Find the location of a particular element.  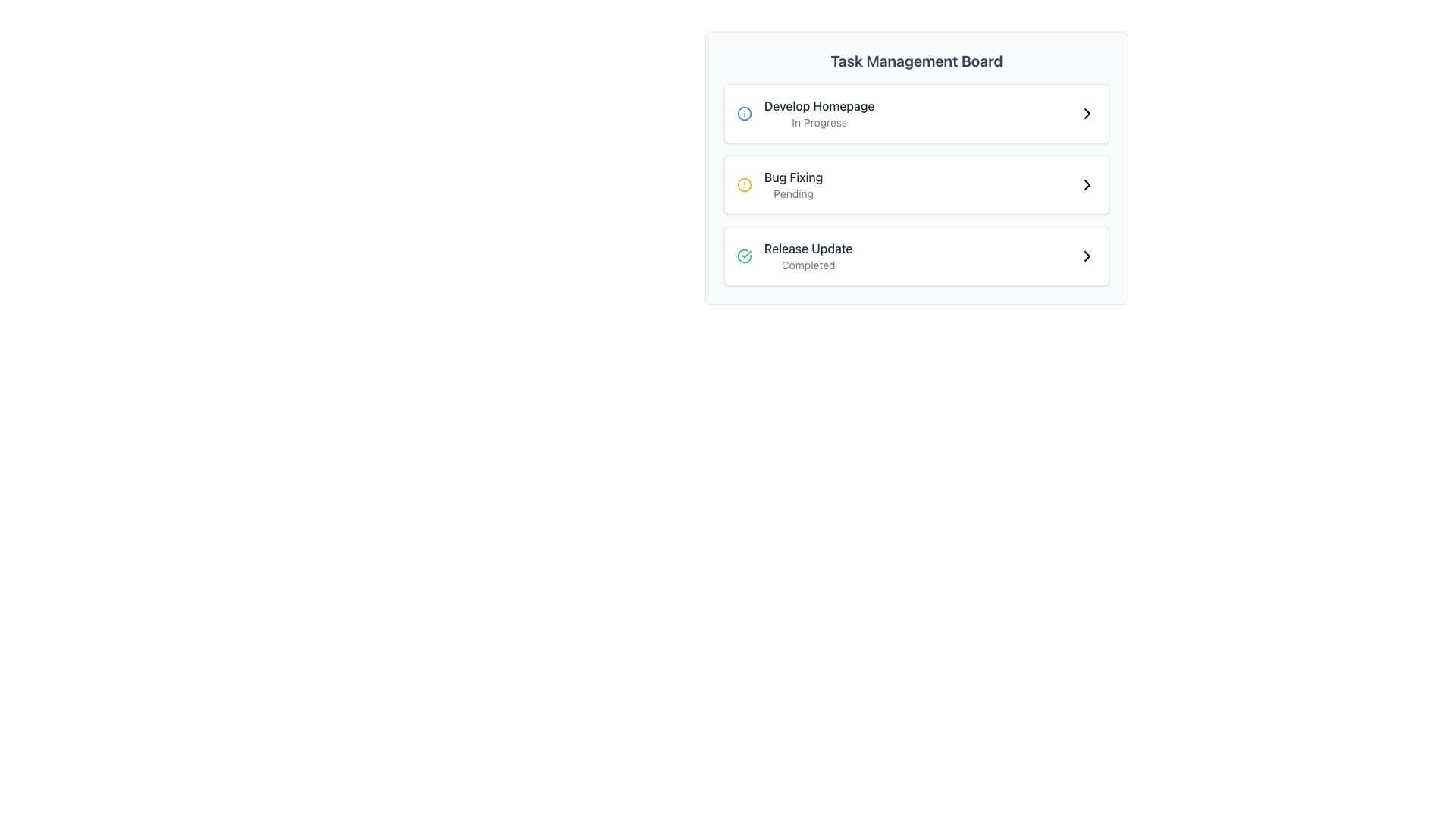

the task labeled 'Bug Fixing' in the horizontal list item is located at coordinates (916, 184).